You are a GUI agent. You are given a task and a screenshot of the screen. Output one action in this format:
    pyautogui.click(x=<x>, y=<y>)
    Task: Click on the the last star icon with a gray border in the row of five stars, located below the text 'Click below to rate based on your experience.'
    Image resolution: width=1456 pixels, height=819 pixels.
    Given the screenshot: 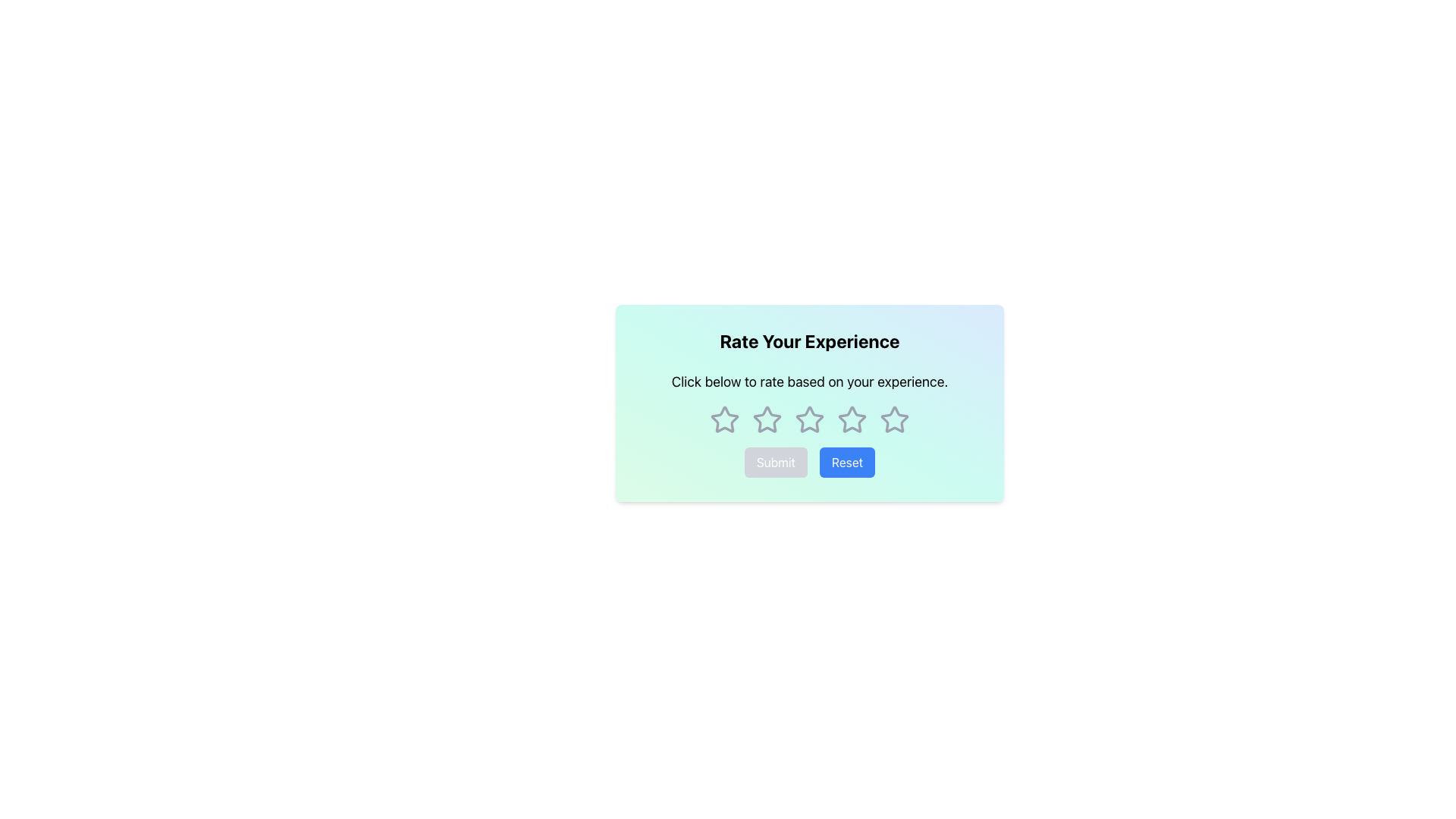 What is the action you would take?
    pyautogui.click(x=895, y=420)
    